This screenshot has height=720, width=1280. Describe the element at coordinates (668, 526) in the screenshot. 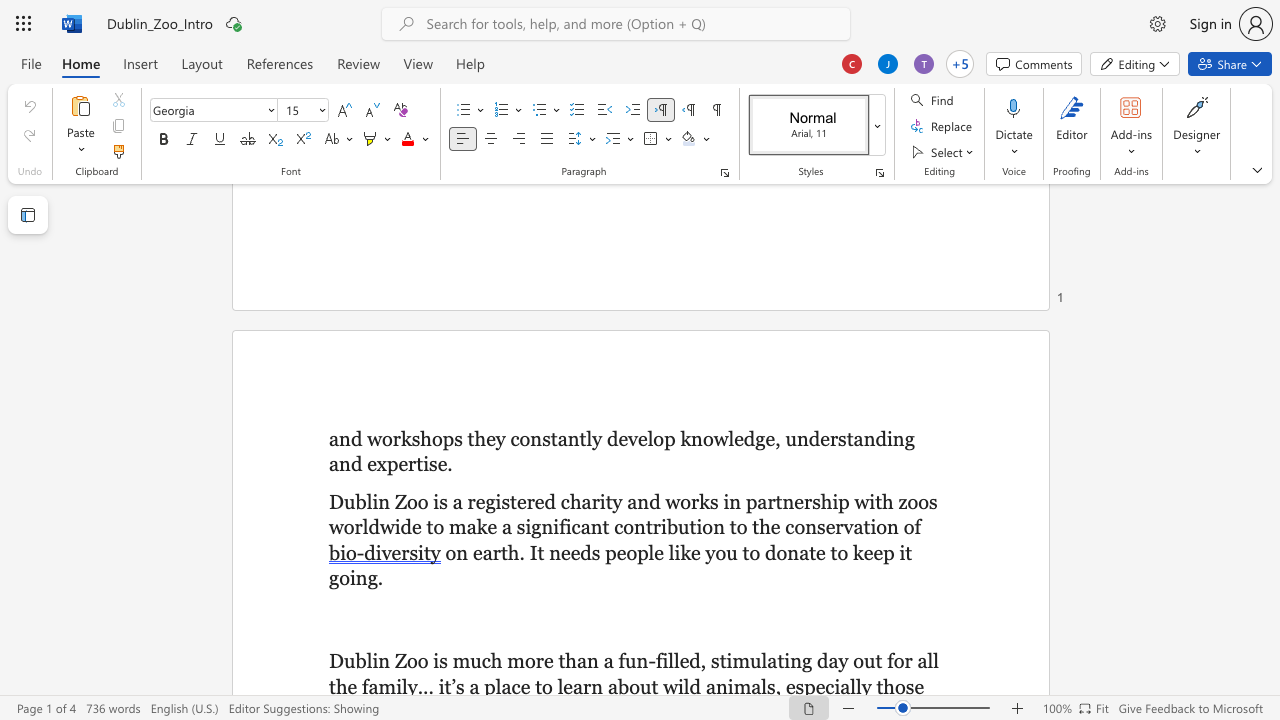

I see `the space between the continuous character "i" and "b" in the text` at that location.